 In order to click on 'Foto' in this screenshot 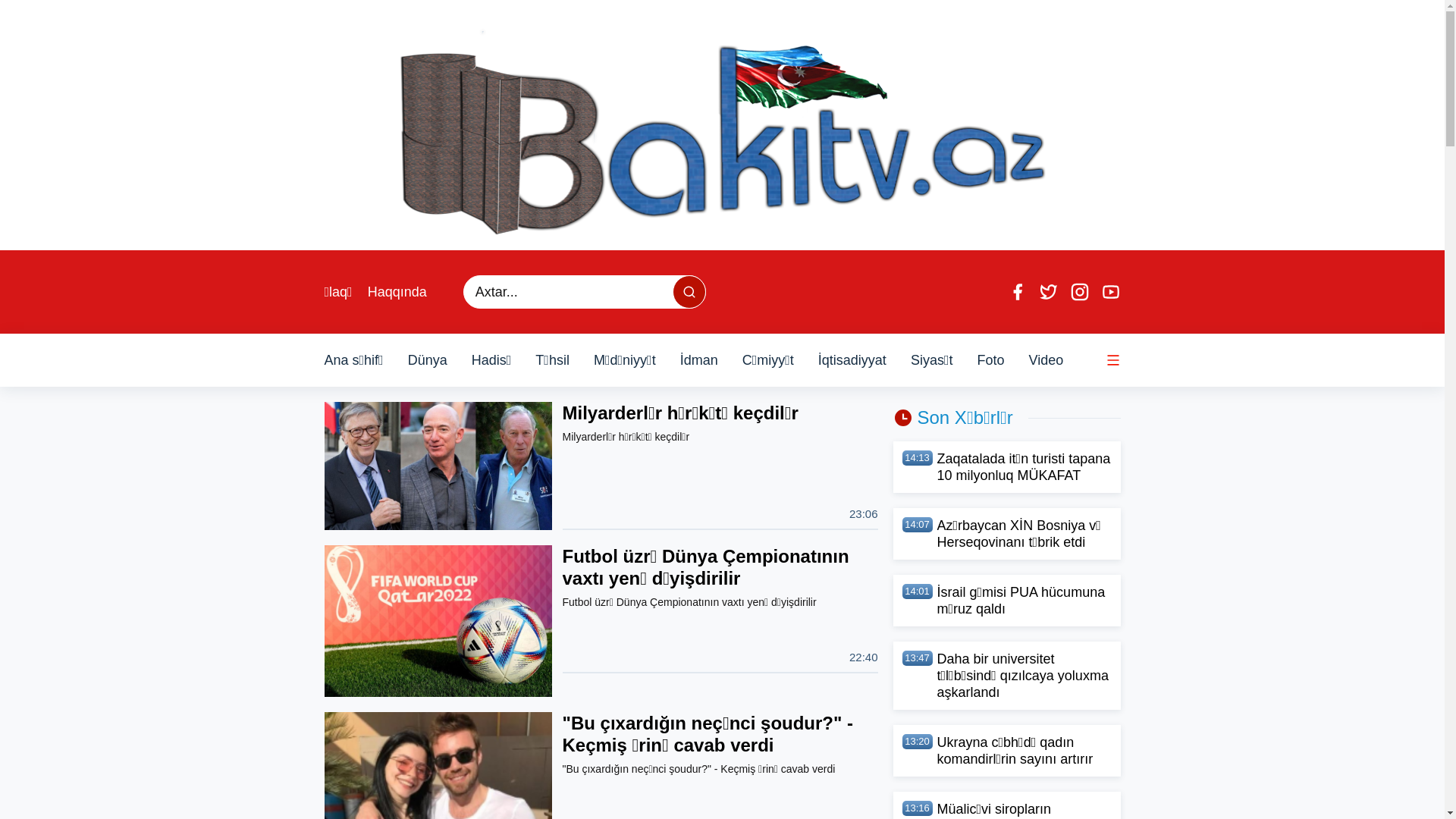, I will do `click(990, 359)`.